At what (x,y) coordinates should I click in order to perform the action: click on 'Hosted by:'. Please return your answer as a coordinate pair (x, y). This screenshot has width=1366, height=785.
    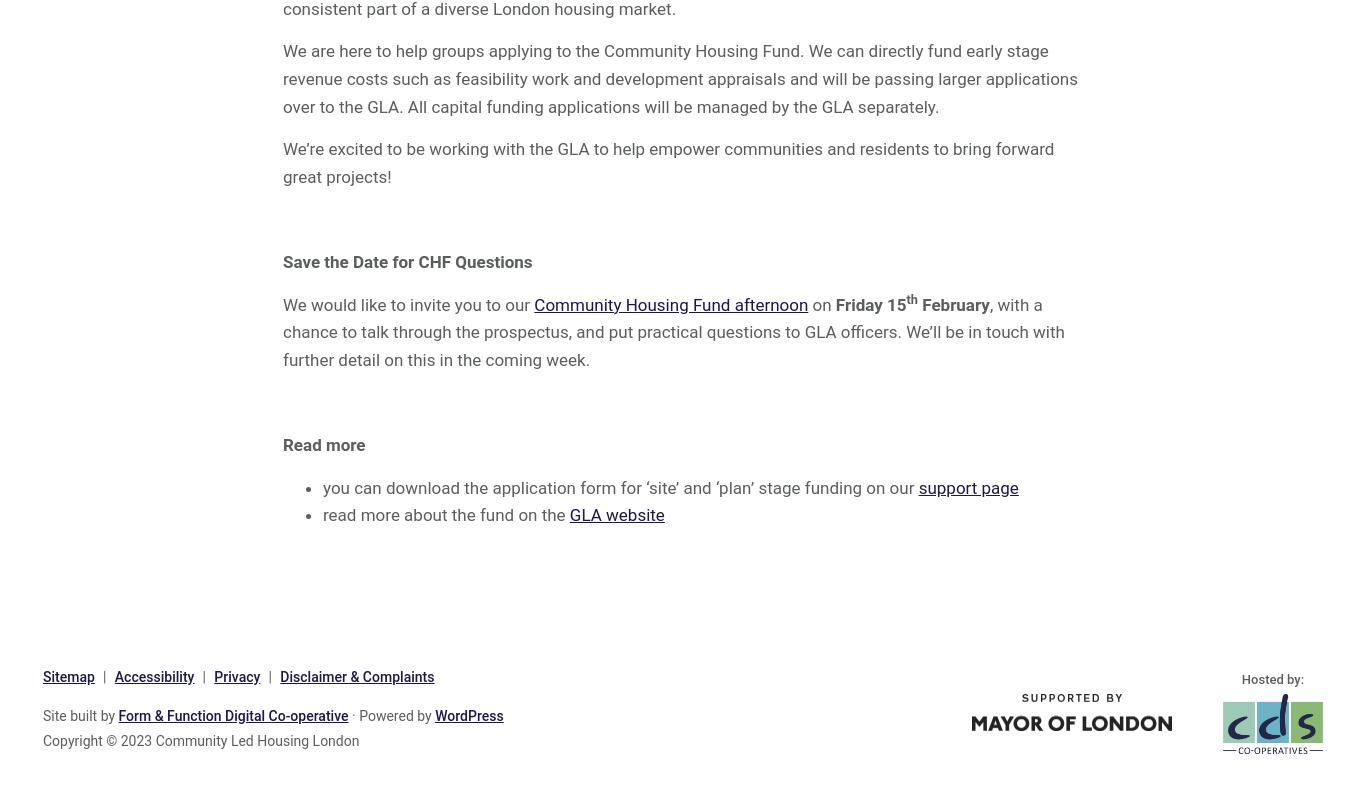
    Looking at the image, I should click on (1241, 678).